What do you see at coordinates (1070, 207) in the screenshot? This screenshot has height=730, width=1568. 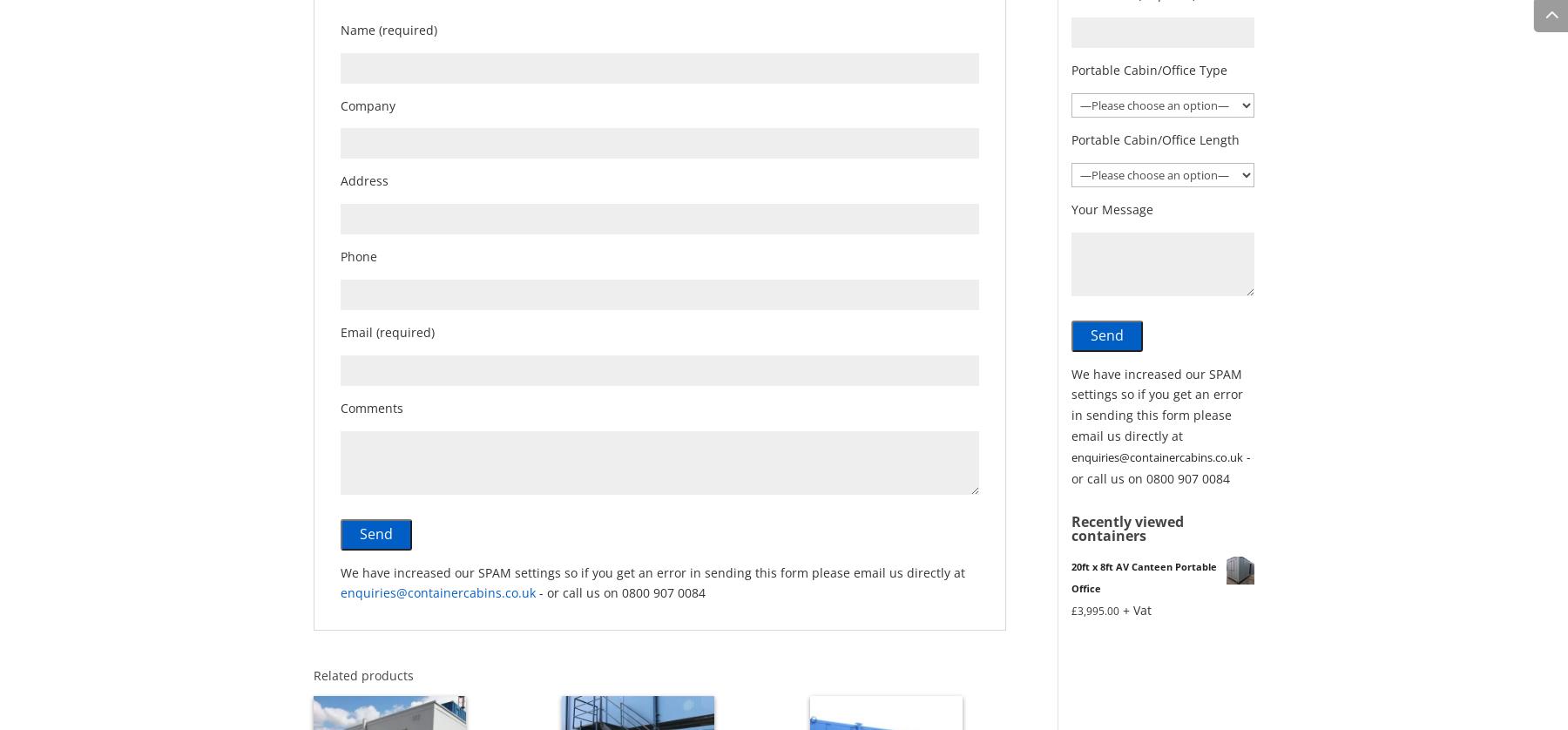 I see `'Your Message'` at bounding box center [1070, 207].